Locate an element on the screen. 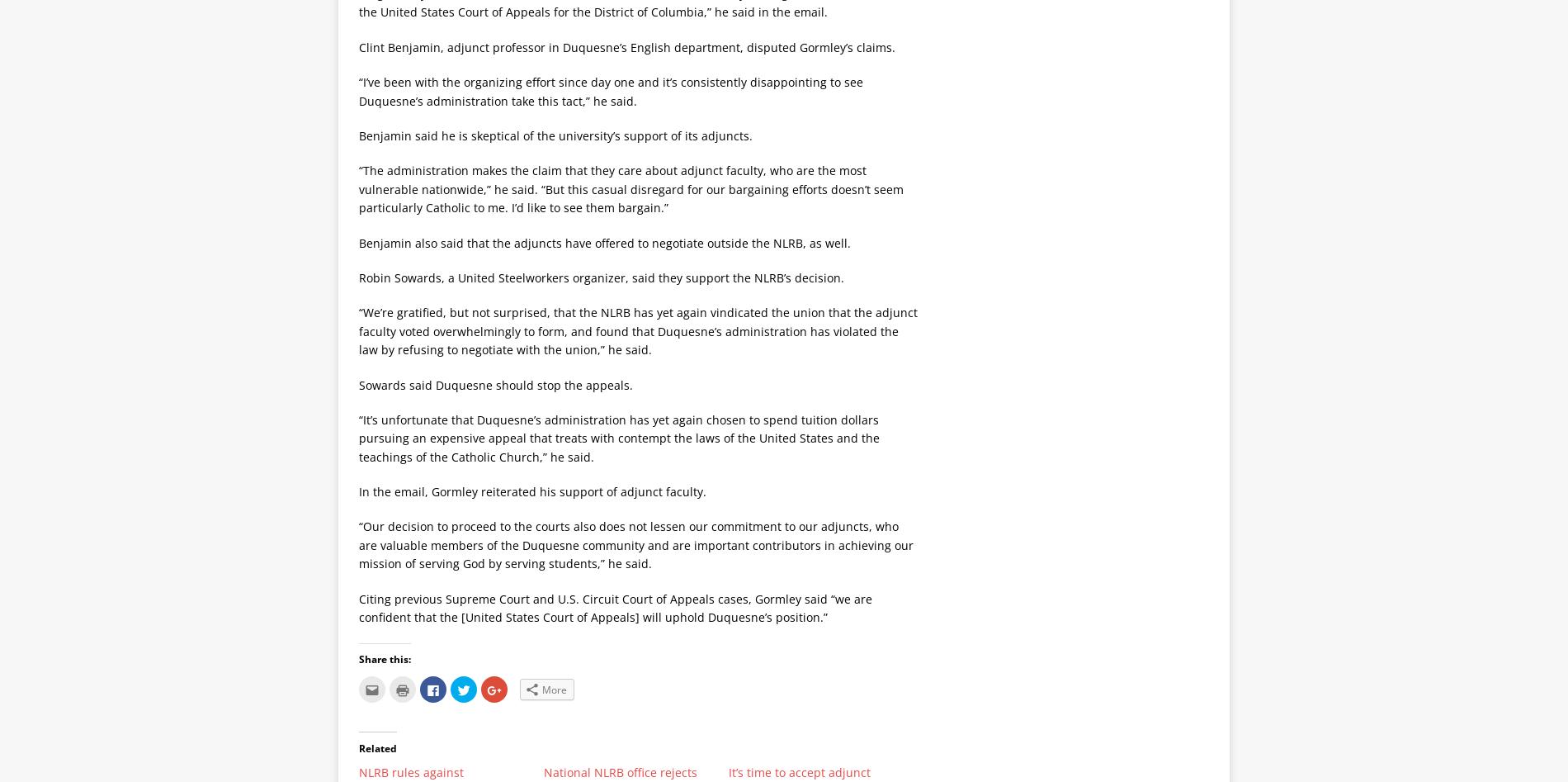 This screenshot has height=782, width=1568. 'More' is located at coordinates (555, 689).